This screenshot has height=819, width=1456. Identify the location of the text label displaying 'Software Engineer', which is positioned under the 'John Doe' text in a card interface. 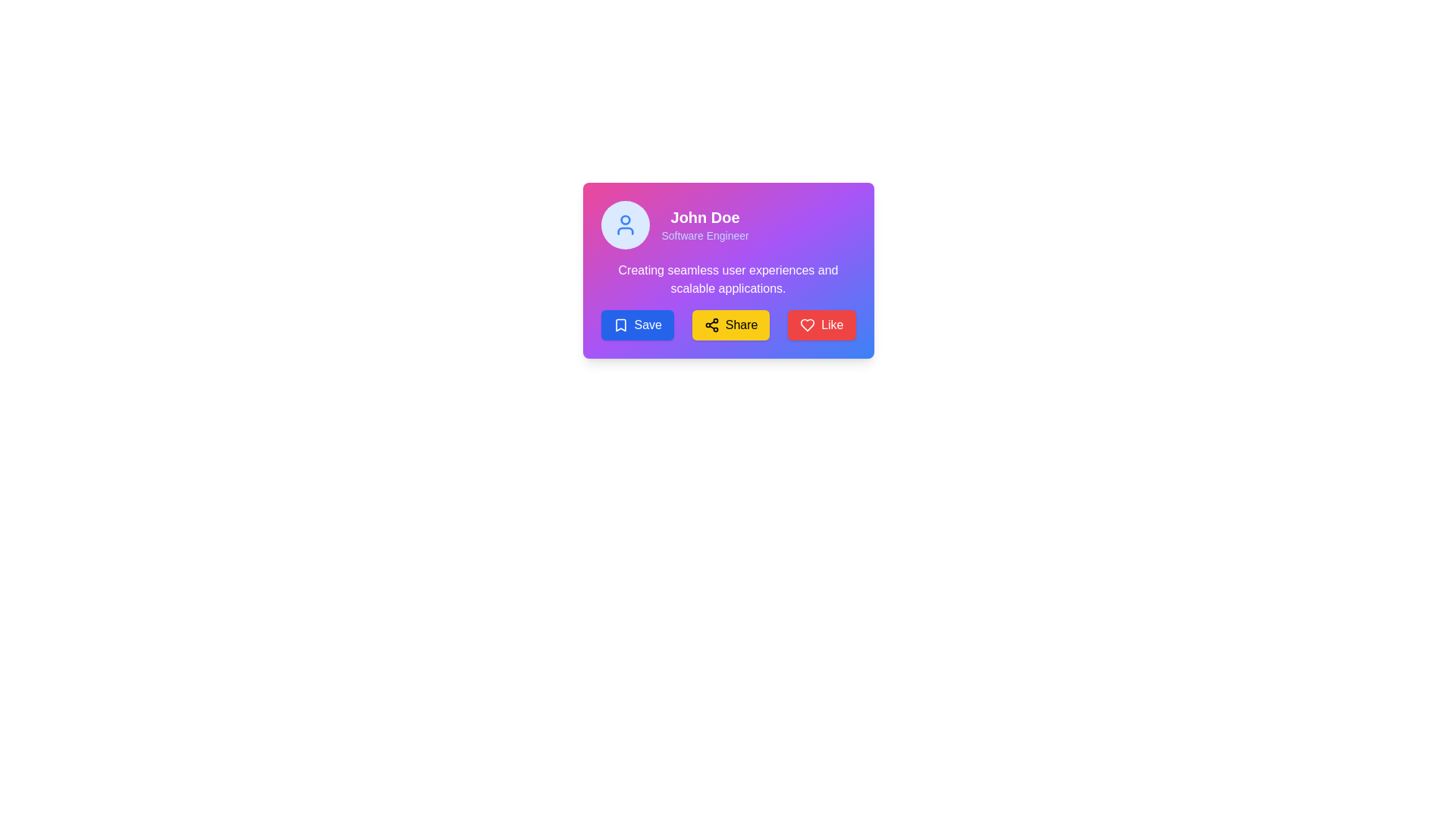
(704, 236).